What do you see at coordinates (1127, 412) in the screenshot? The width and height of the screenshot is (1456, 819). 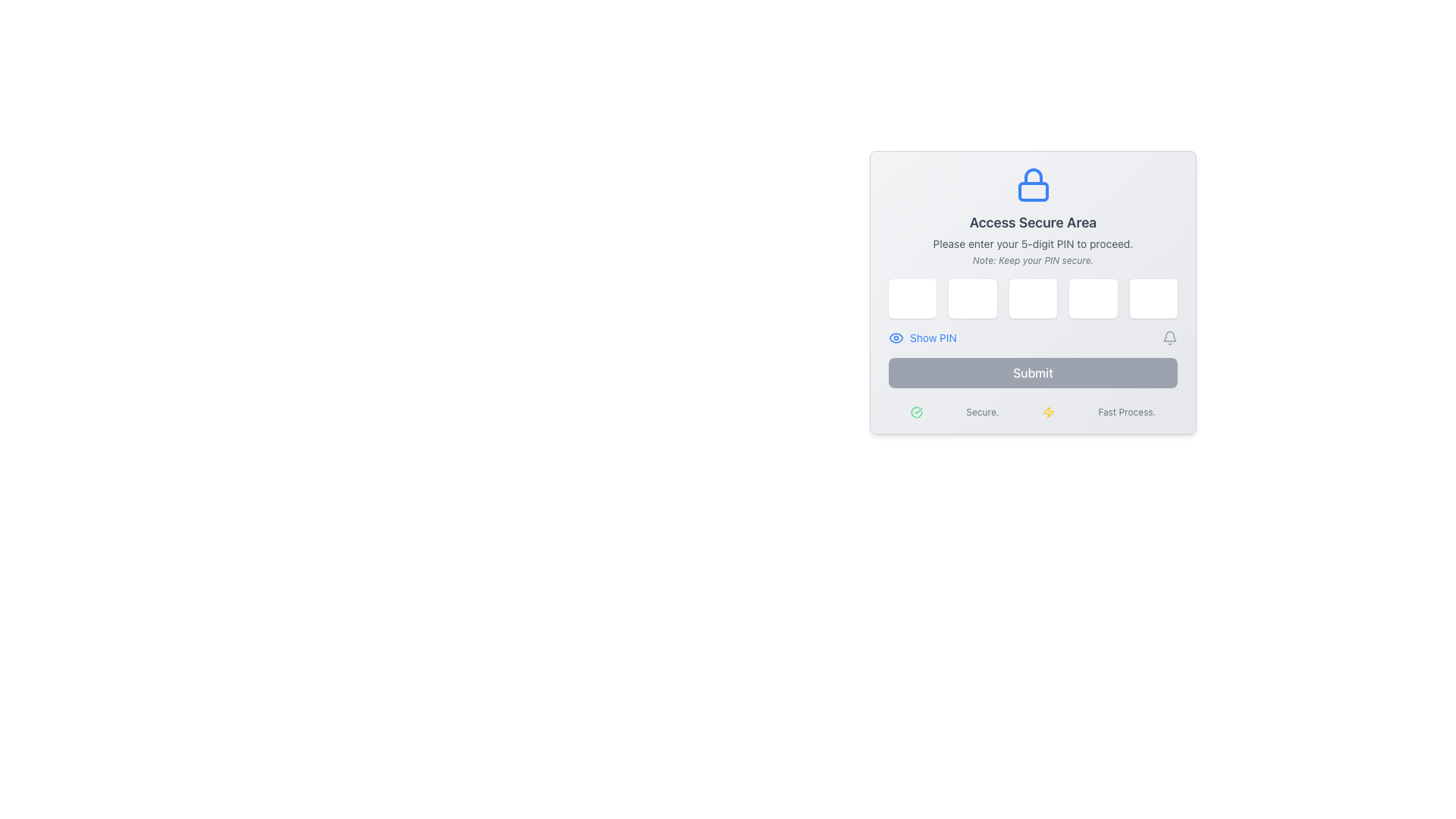 I see `the third static label in the horizontal list of text descriptors, which indicates the feature 'Fast.' This label is positioned below the main form interface, following the 'Secure.' label` at bounding box center [1127, 412].